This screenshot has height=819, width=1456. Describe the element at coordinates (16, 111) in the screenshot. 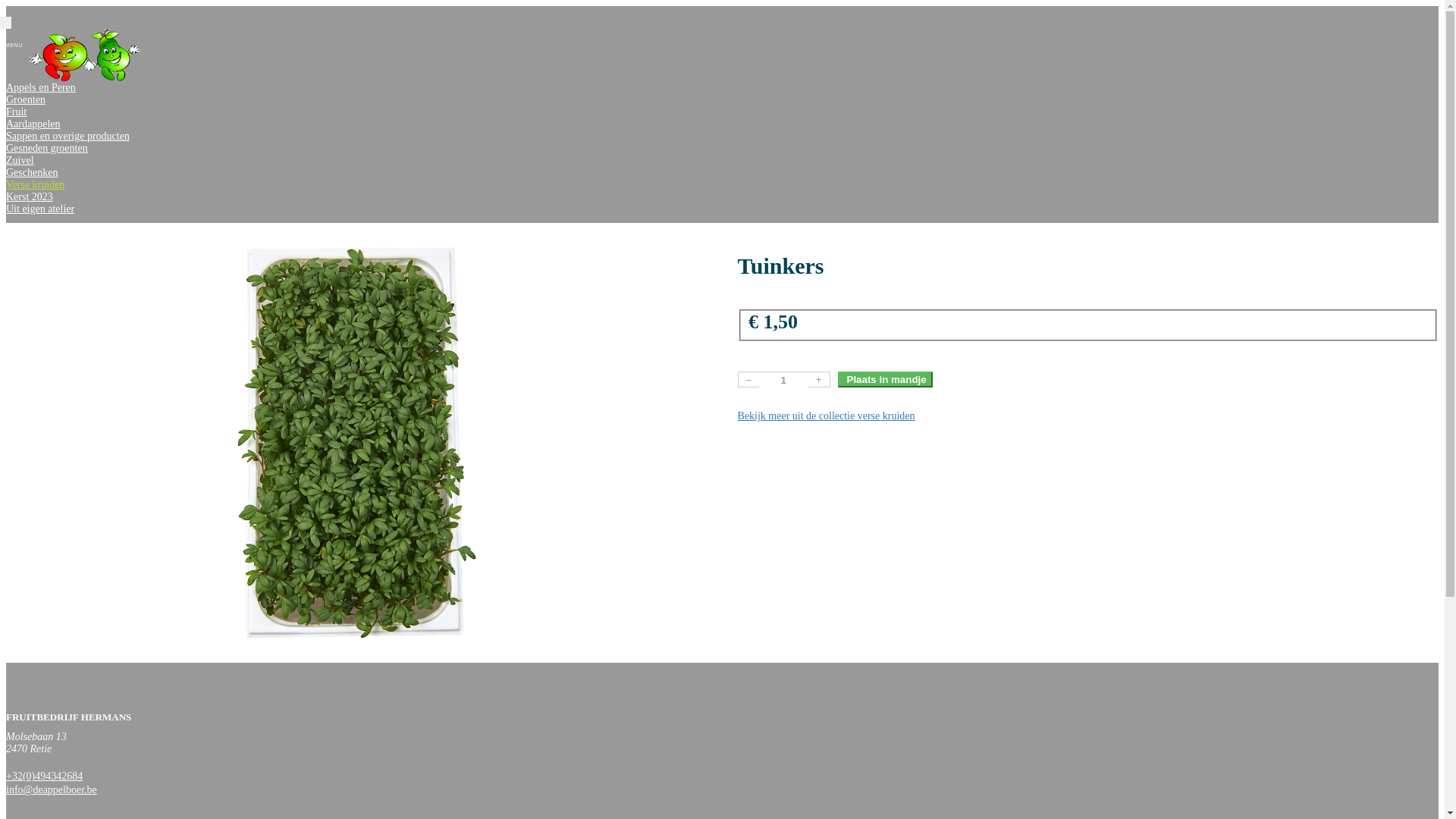

I see `'Fruit'` at that location.